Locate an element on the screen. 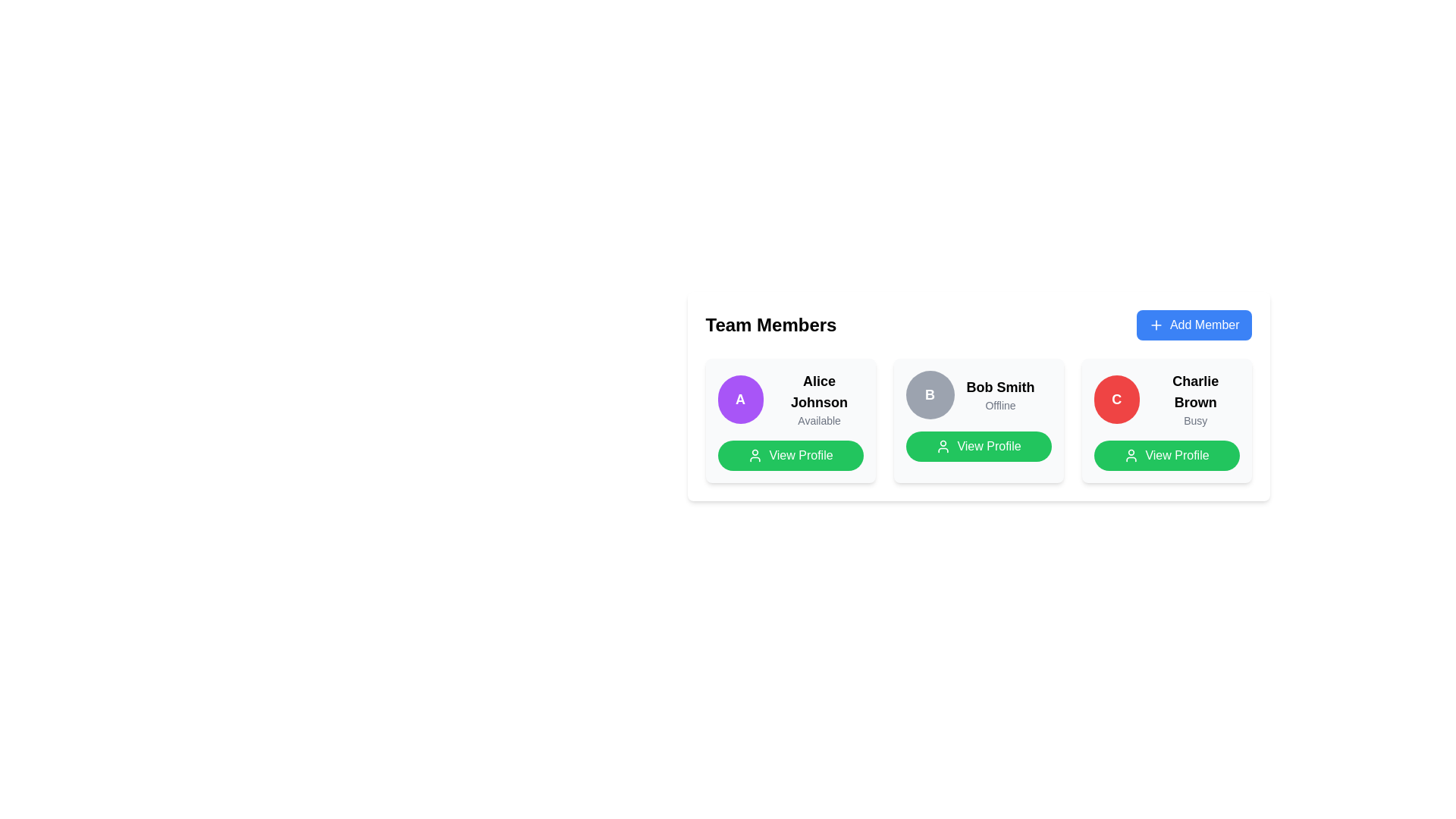 This screenshot has height=819, width=1456. the 'Add Member' button, which is a rectangular button with rounded corners, vibrant blue background, white text, and a plus sign icon, located at the top right corner of the 'Team Members' section is located at coordinates (1193, 324).